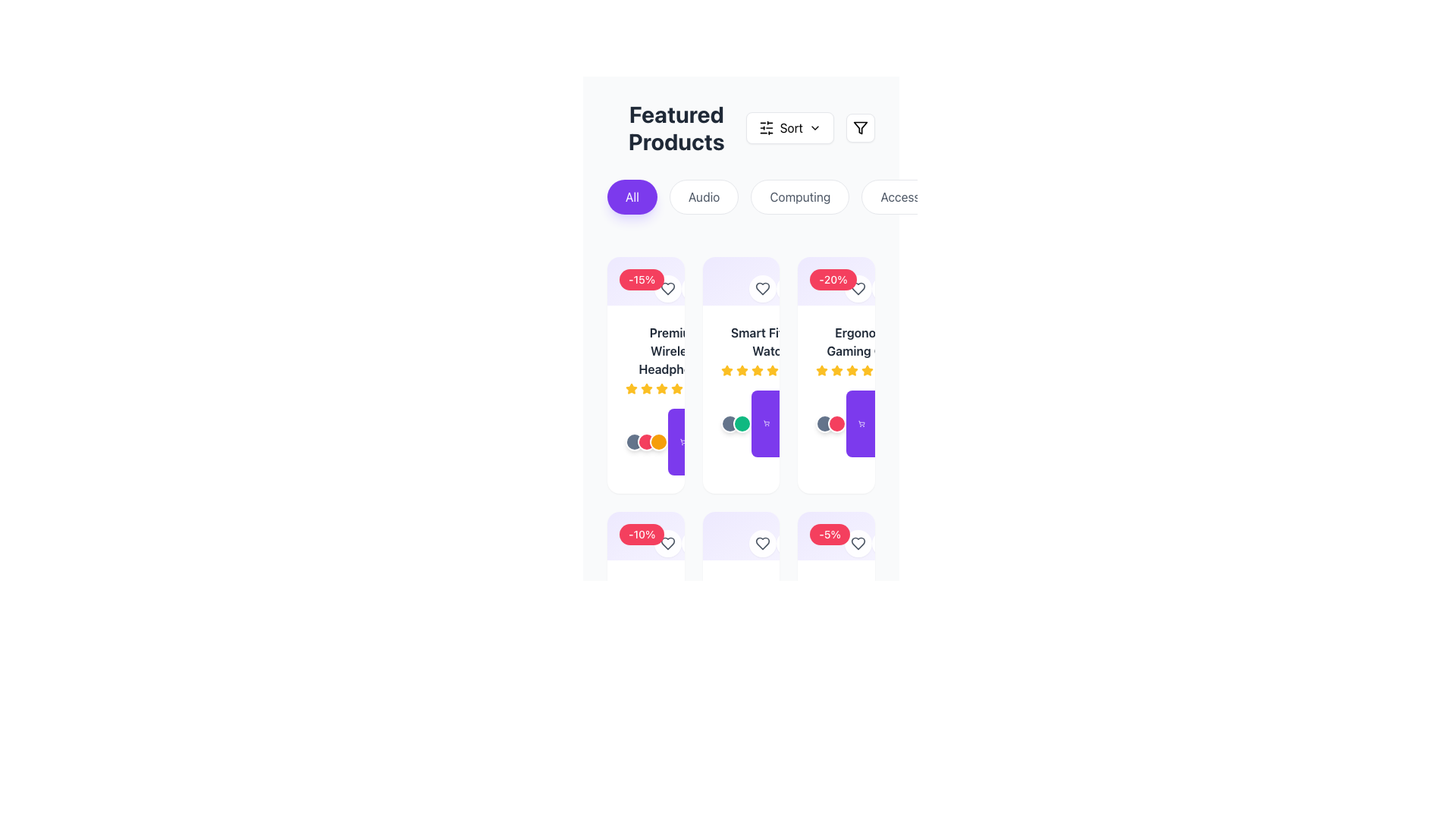  Describe the element at coordinates (912, 196) in the screenshot. I see `the filter button that shows only accessories, located to the right of the 'Computing' button and to the left of the 'Gaming' button` at that location.